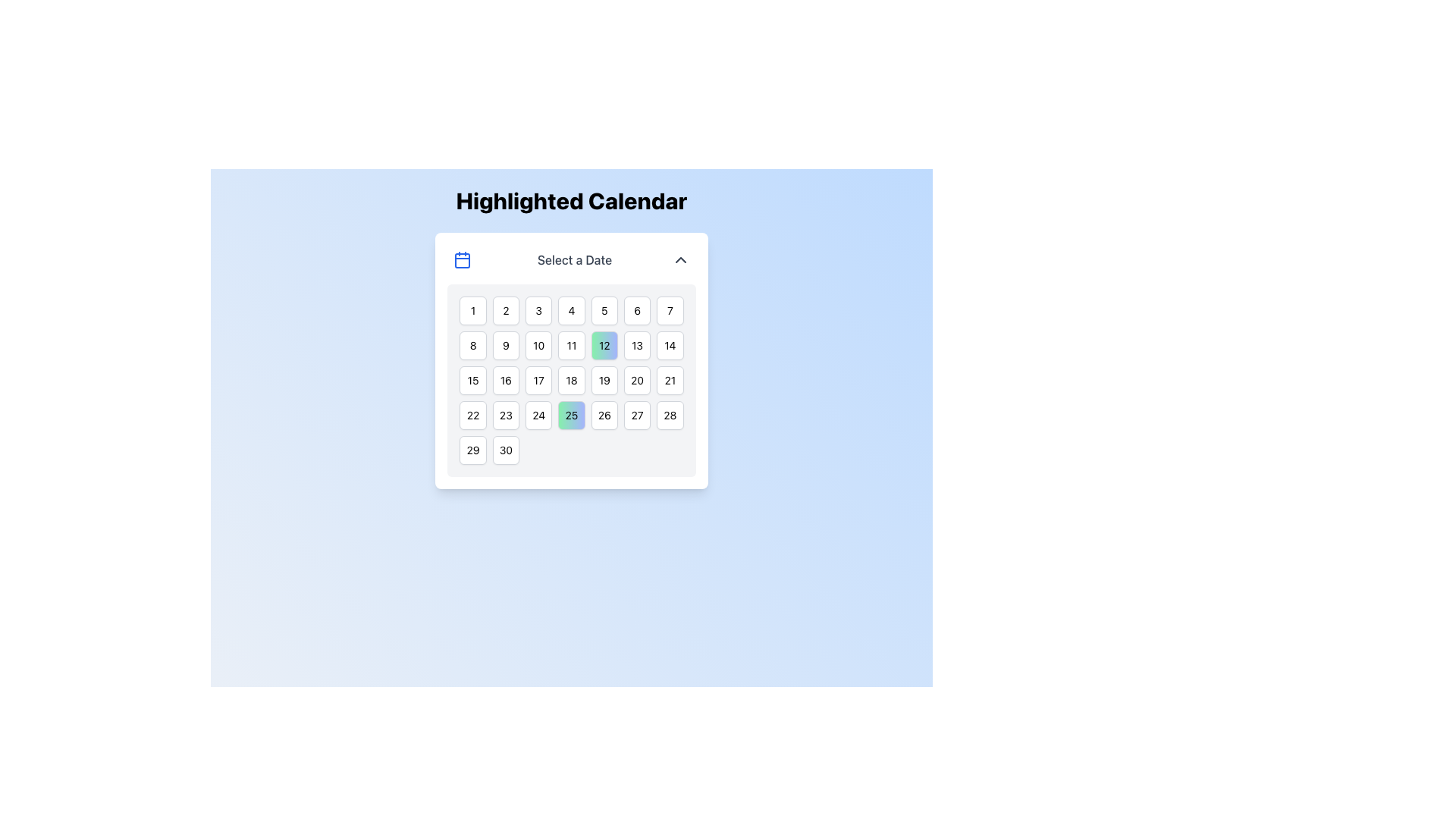 This screenshot has height=819, width=1456. Describe the element at coordinates (669, 345) in the screenshot. I see `the selectable date button for the 14th day of the current month in the calendar widget, located at the end of the second row in the seventh column of the grid layout` at that location.